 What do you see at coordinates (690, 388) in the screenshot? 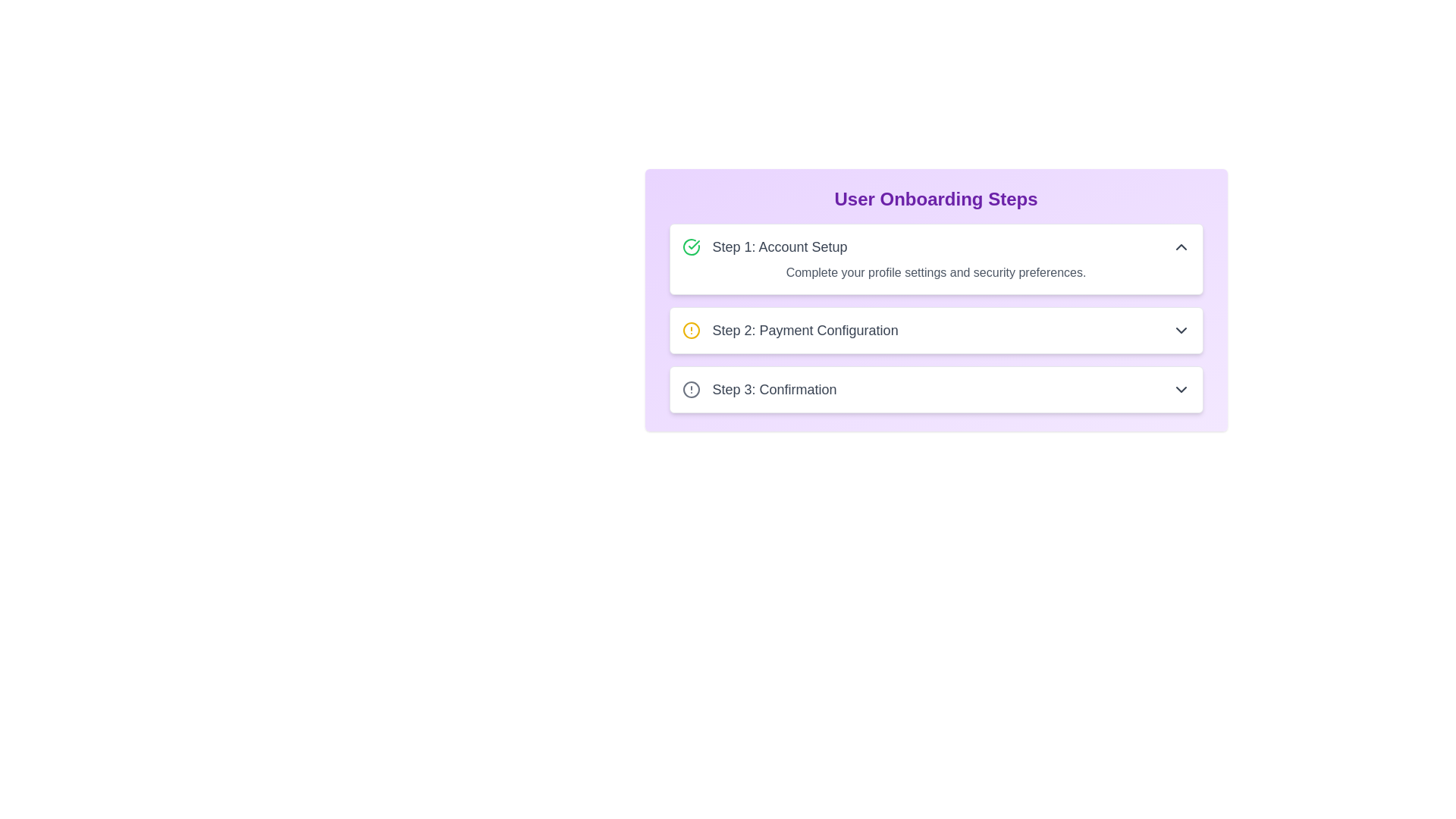
I see `the circular SVG element that forms the base of the Step 3 icon in the onboarding steps component, which has a light gray stroke and a ring-like appearance` at bounding box center [690, 388].